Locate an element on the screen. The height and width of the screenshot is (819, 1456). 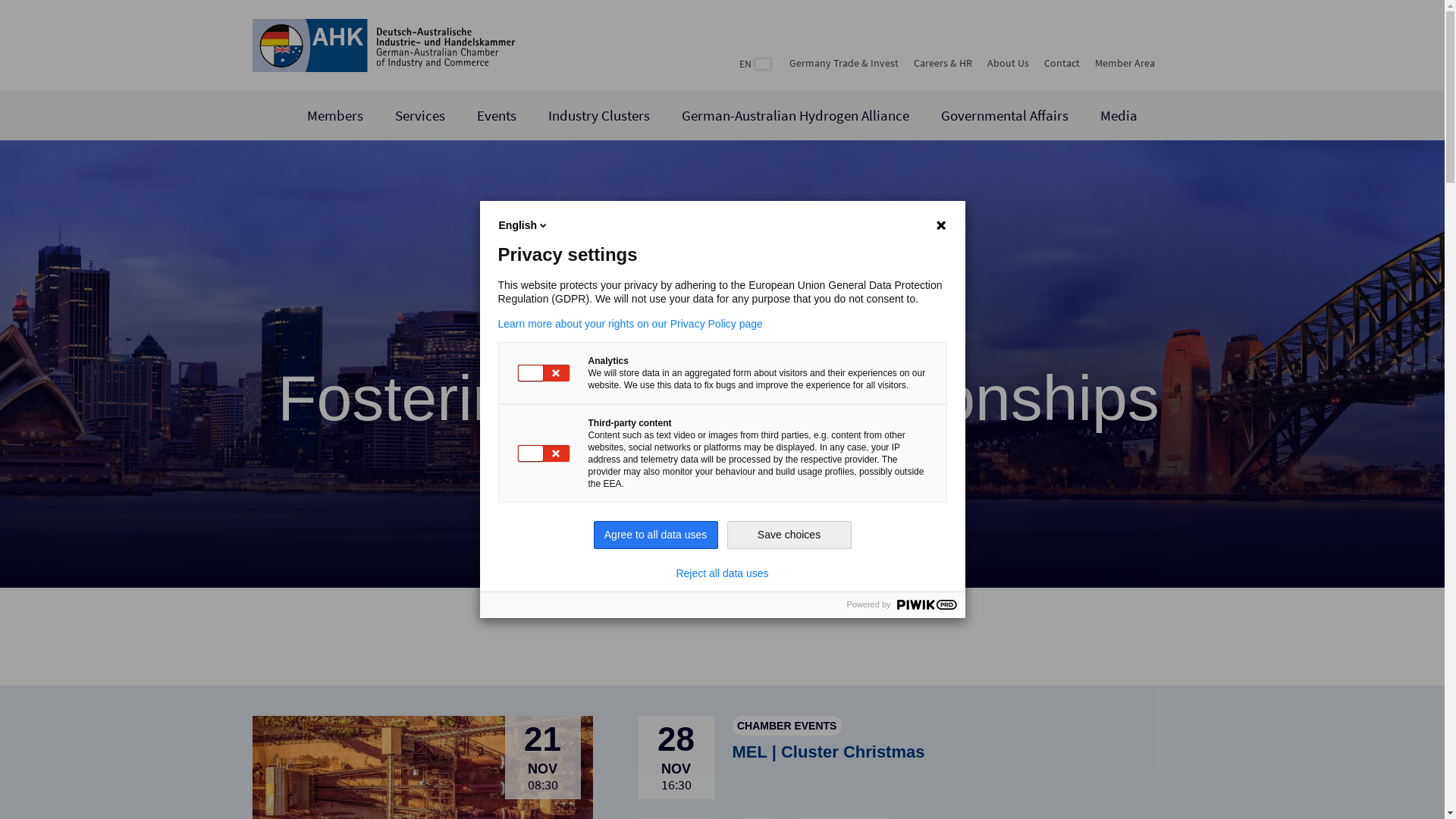
'MEL | Cluster Christmas' is located at coordinates (828, 752).